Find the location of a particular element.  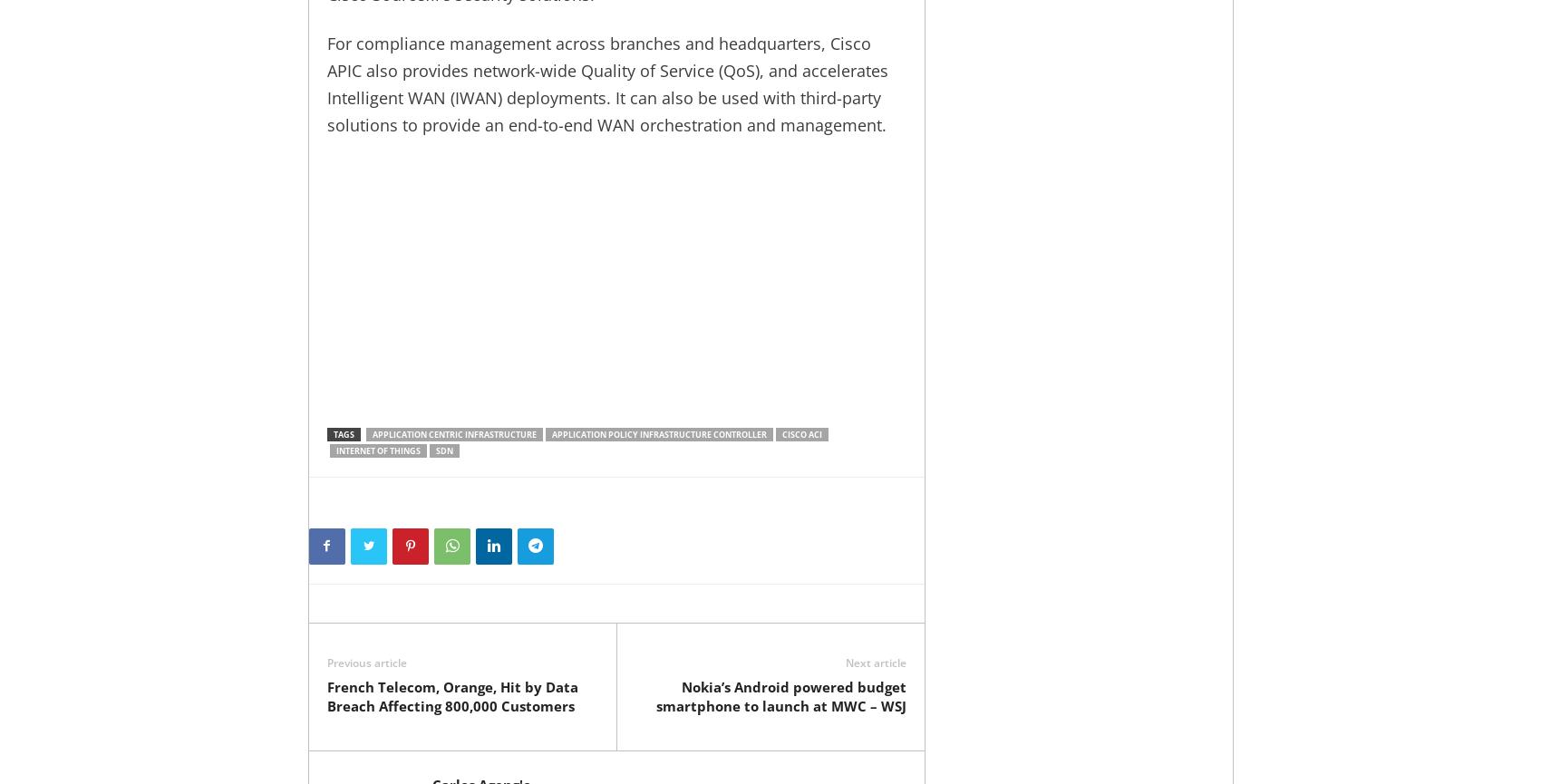

'SDN' is located at coordinates (435, 450).